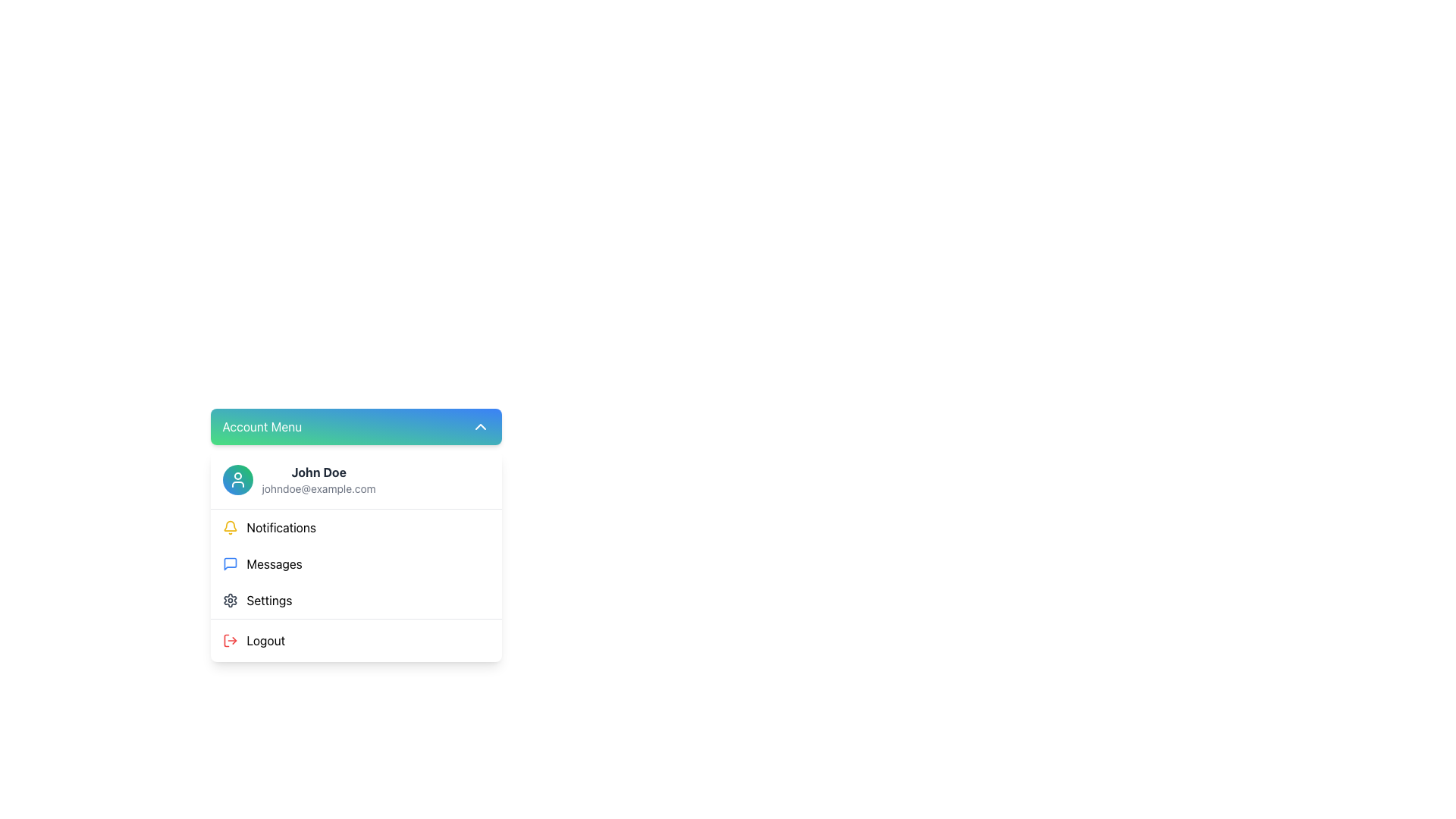 The width and height of the screenshot is (1456, 819). I want to click on the 'Logout' button, which features a red log-out icon and bold black text on a white background, located at the bottom of the menu list, so click(355, 640).